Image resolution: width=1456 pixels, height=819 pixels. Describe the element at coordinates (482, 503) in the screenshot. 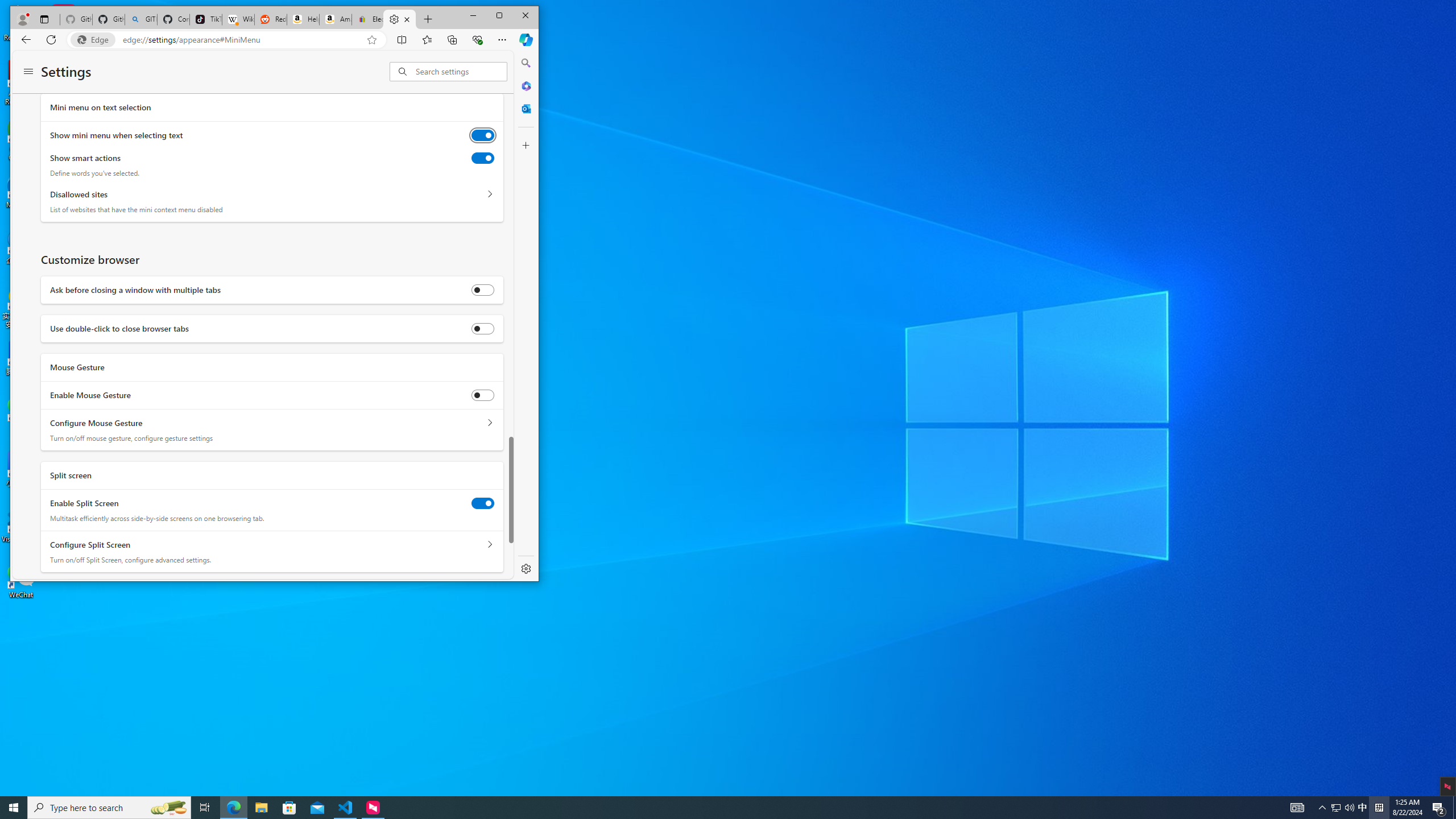

I see `'Enable Split Screen'` at that location.